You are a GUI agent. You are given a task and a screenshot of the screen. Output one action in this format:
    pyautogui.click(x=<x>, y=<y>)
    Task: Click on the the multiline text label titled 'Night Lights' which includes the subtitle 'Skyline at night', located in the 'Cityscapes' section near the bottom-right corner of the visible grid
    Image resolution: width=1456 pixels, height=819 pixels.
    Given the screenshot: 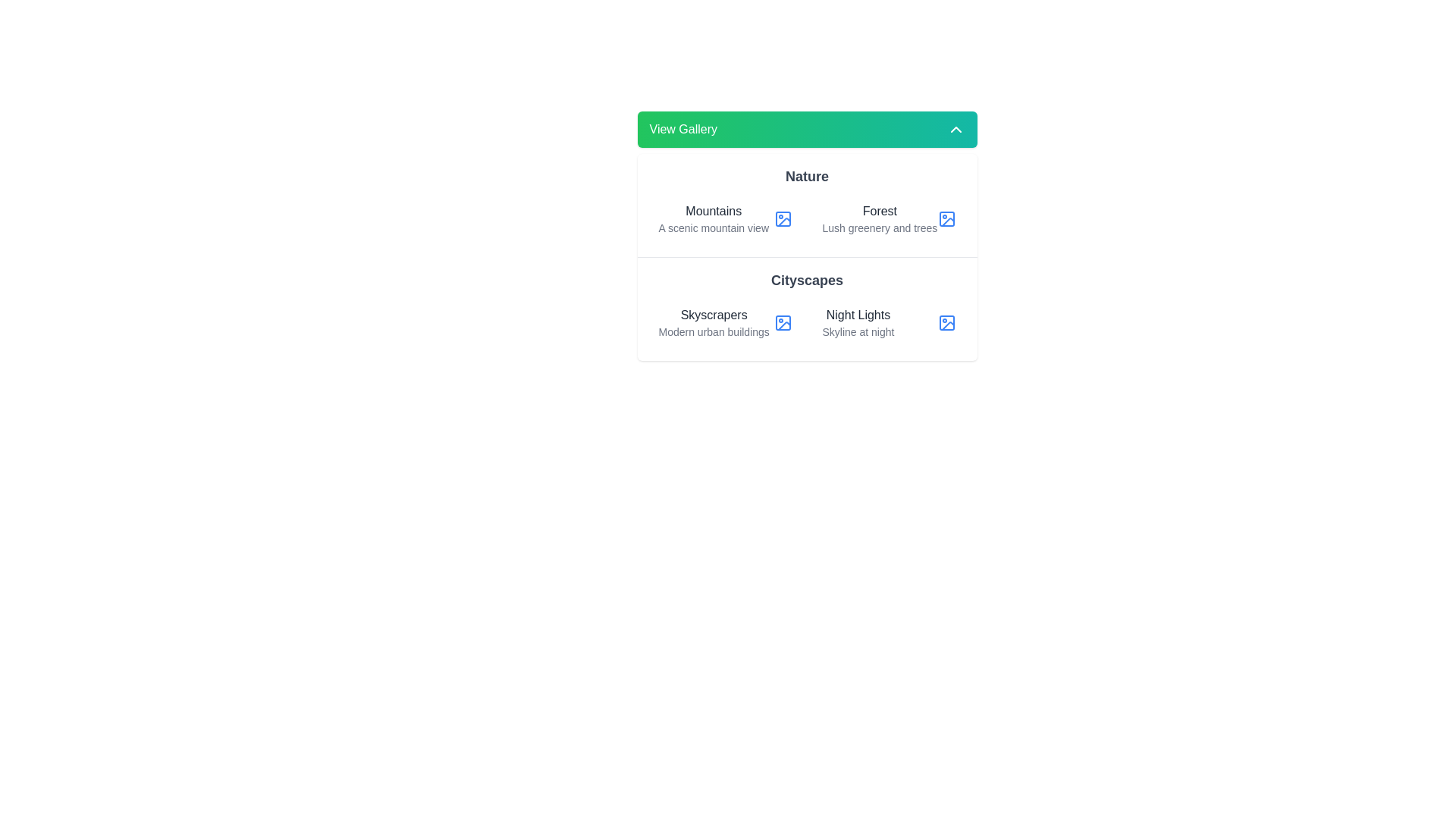 What is the action you would take?
    pyautogui.click(x=858, y=322)
    